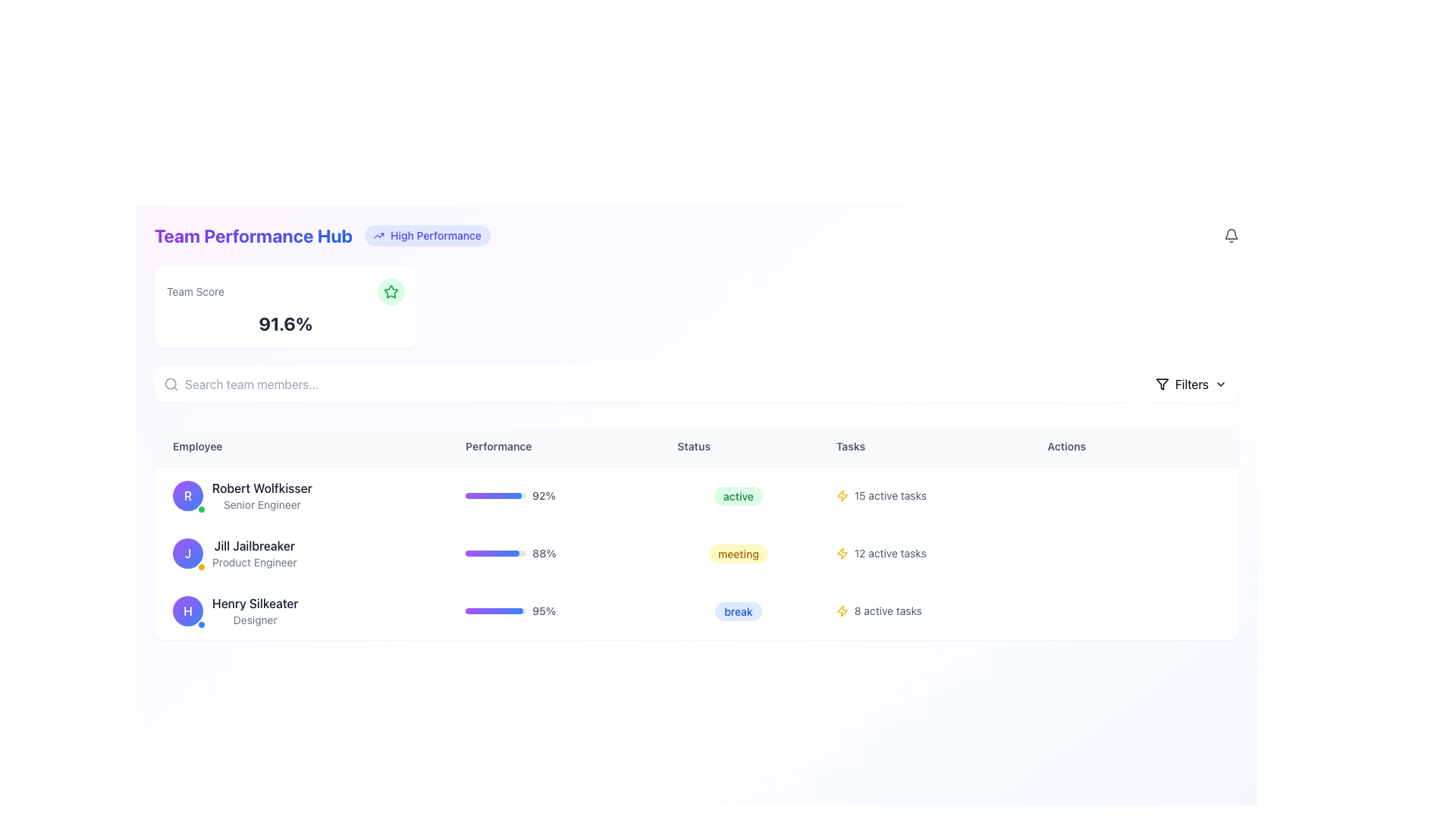  What do you see at coordinates (1161, 383) in the screenshot?
I see `the filter funnel icon located within the 'Filters' section` at bounding box center [1161, 383].